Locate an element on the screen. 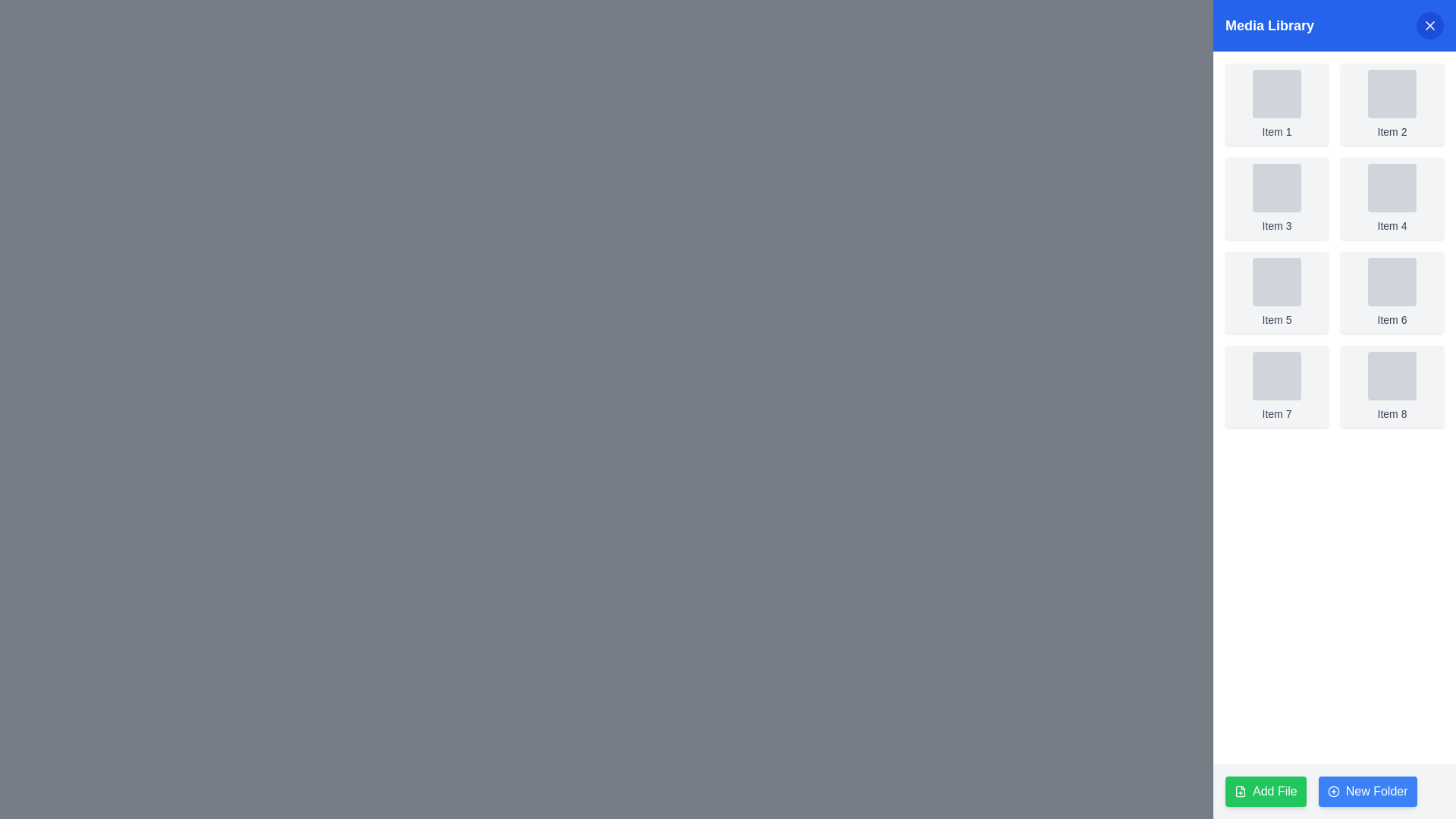 The image size is (1456, 819). the card representing an item in the media library grid layout is located at coordinates (1392, 198).